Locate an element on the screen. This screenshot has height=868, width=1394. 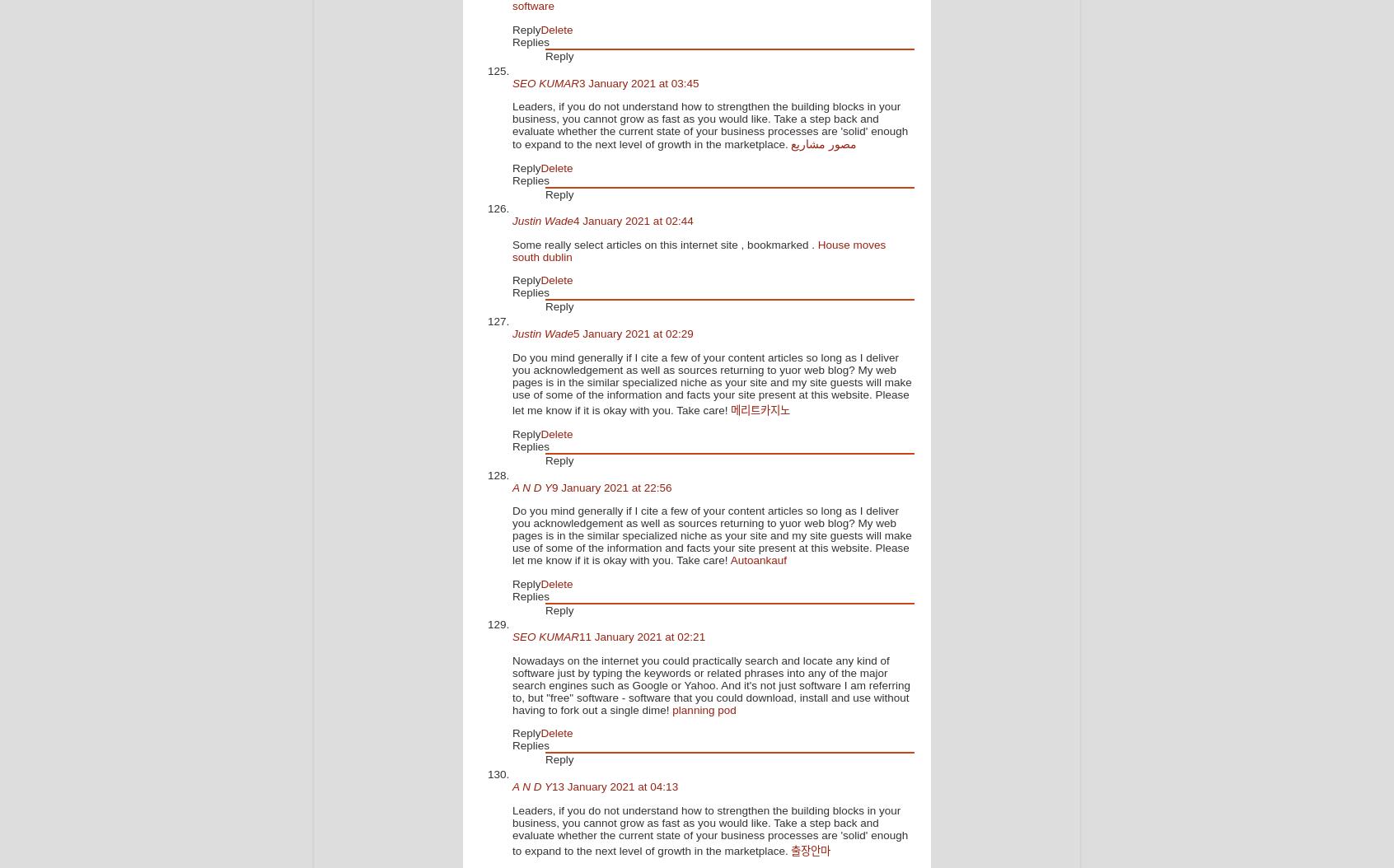
'3 January 2021 at 03:45' is located at coordinates (638, 82).